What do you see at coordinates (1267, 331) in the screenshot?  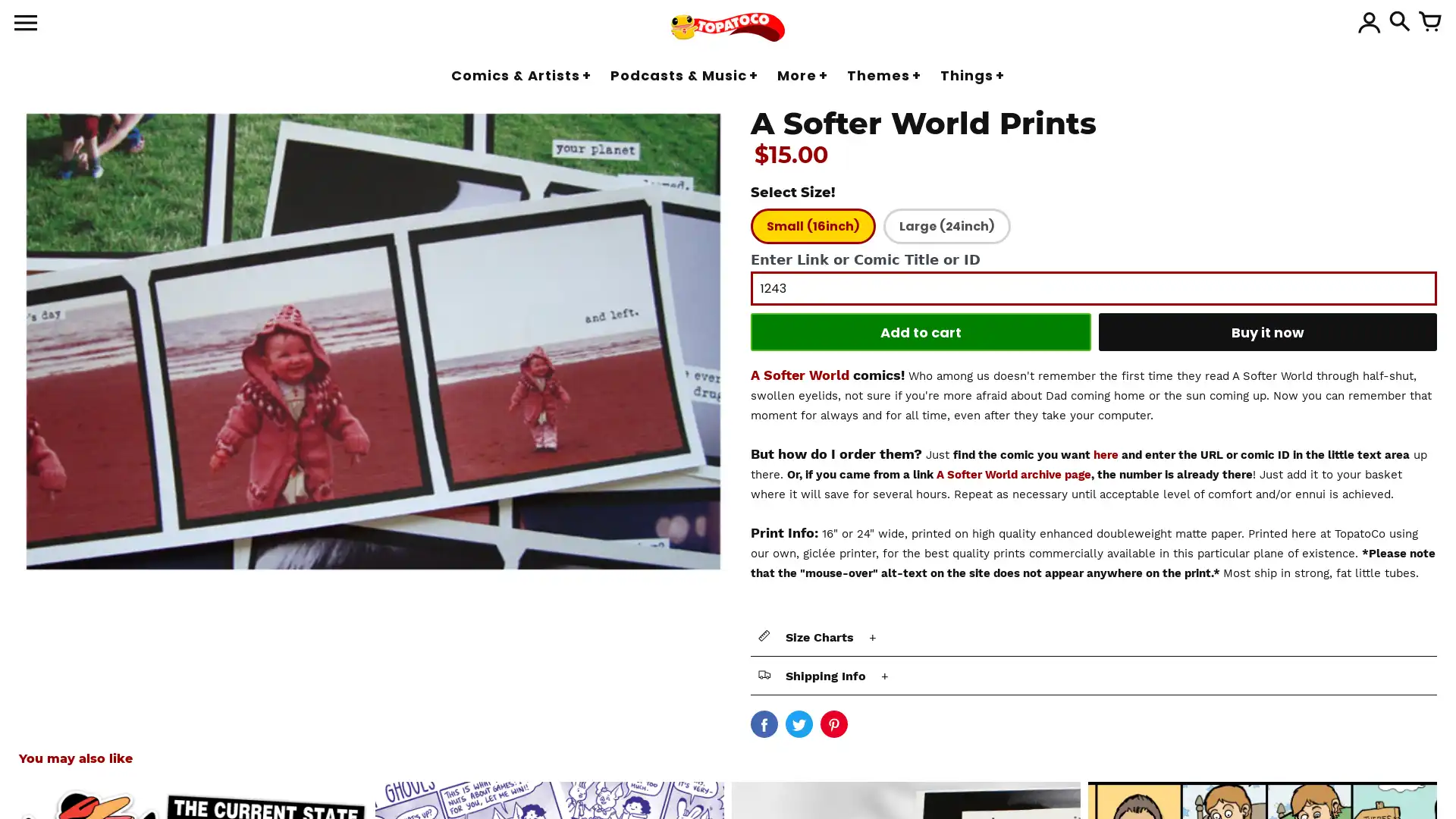 I see `Buy it now` at bounding box center [1267, 331].